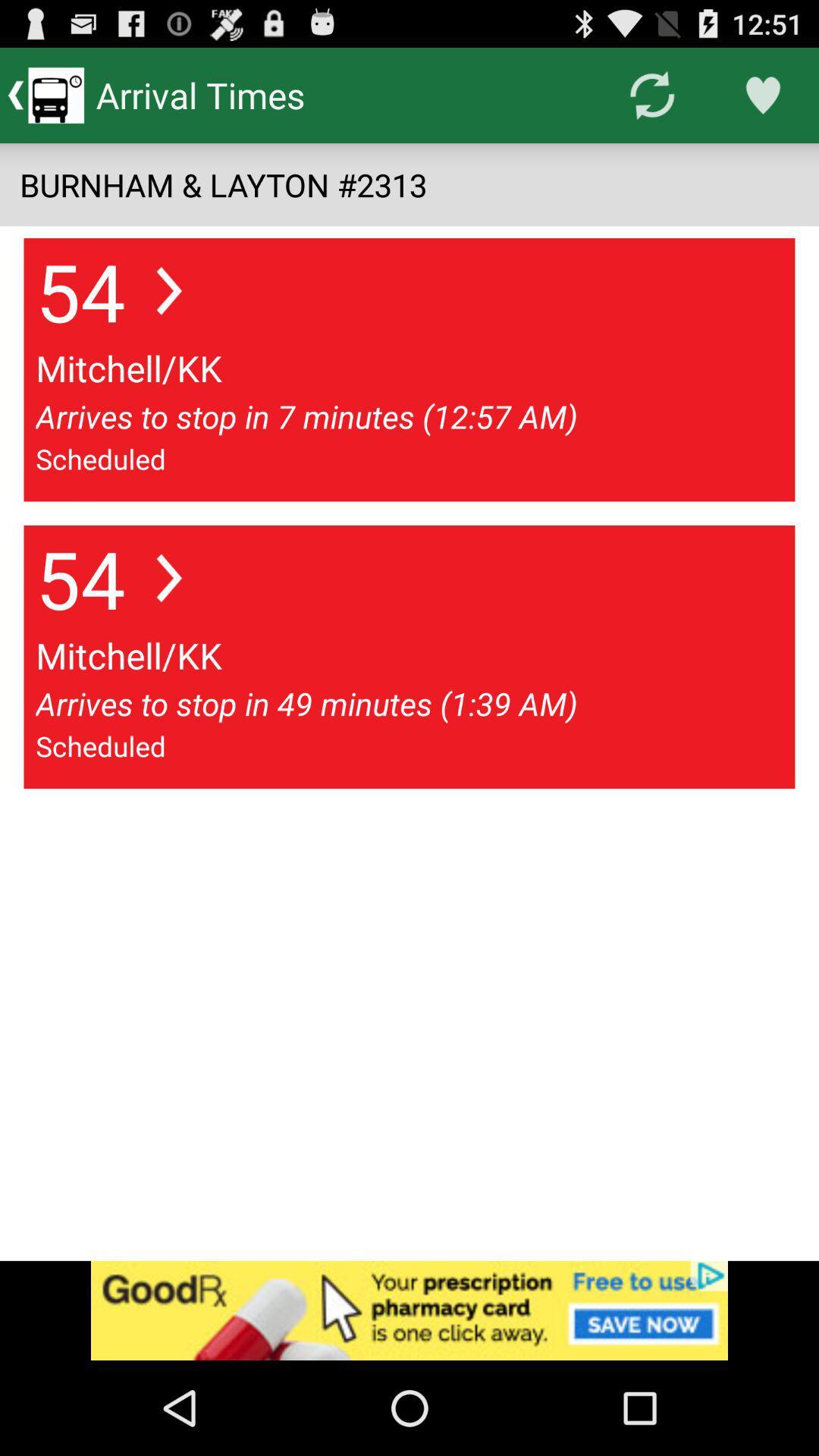 Image resolution: width=819 pixels, height=1456 pixels. Describe the element at coordinates (409, 1310) in the screenshot. I see `advertisement` at that location.